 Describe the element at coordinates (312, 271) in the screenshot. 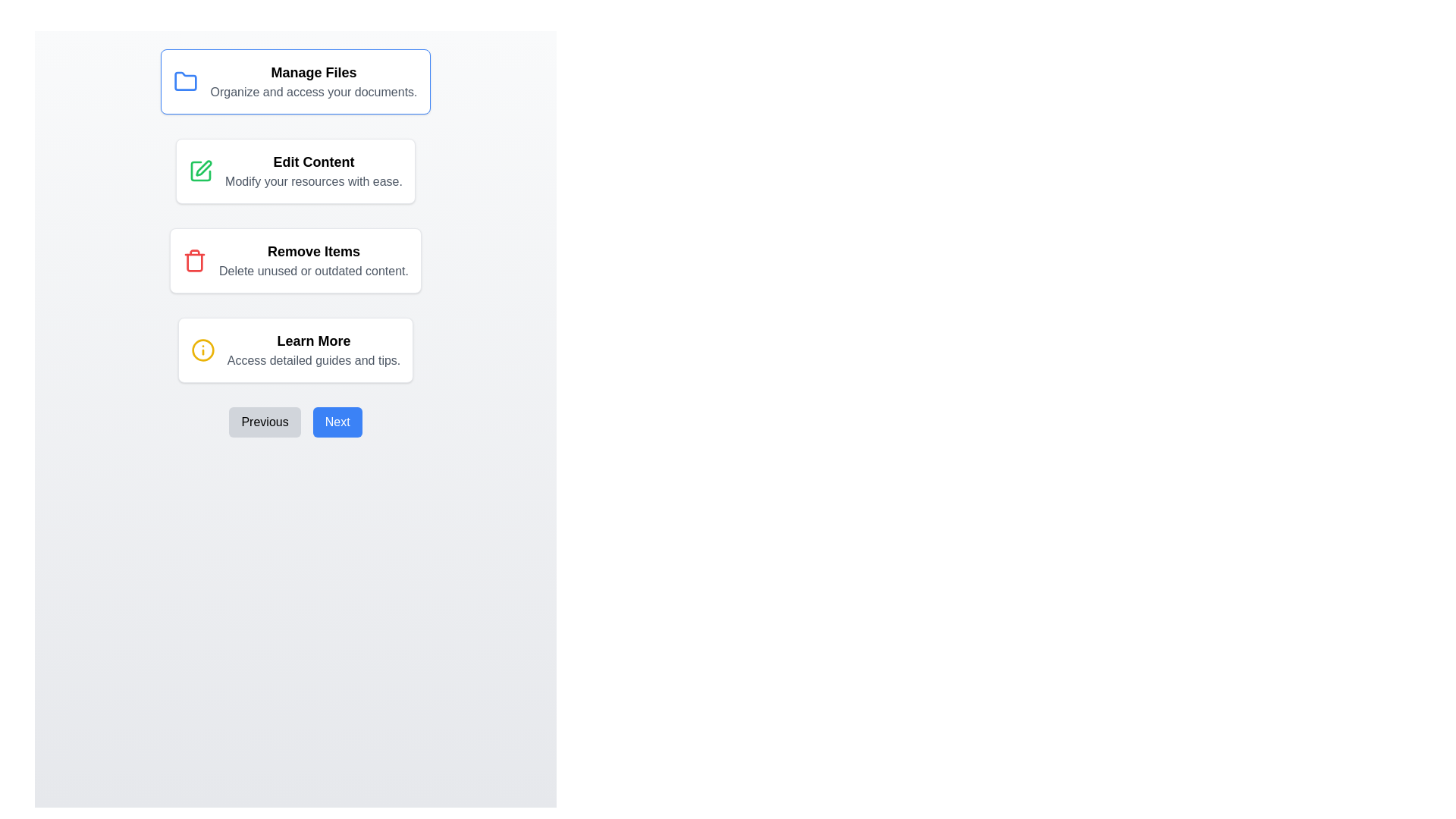

I see `the static text label displaying 'Delete unused or outdated content.' which is located below the 'Remove Items' heading` at that location.